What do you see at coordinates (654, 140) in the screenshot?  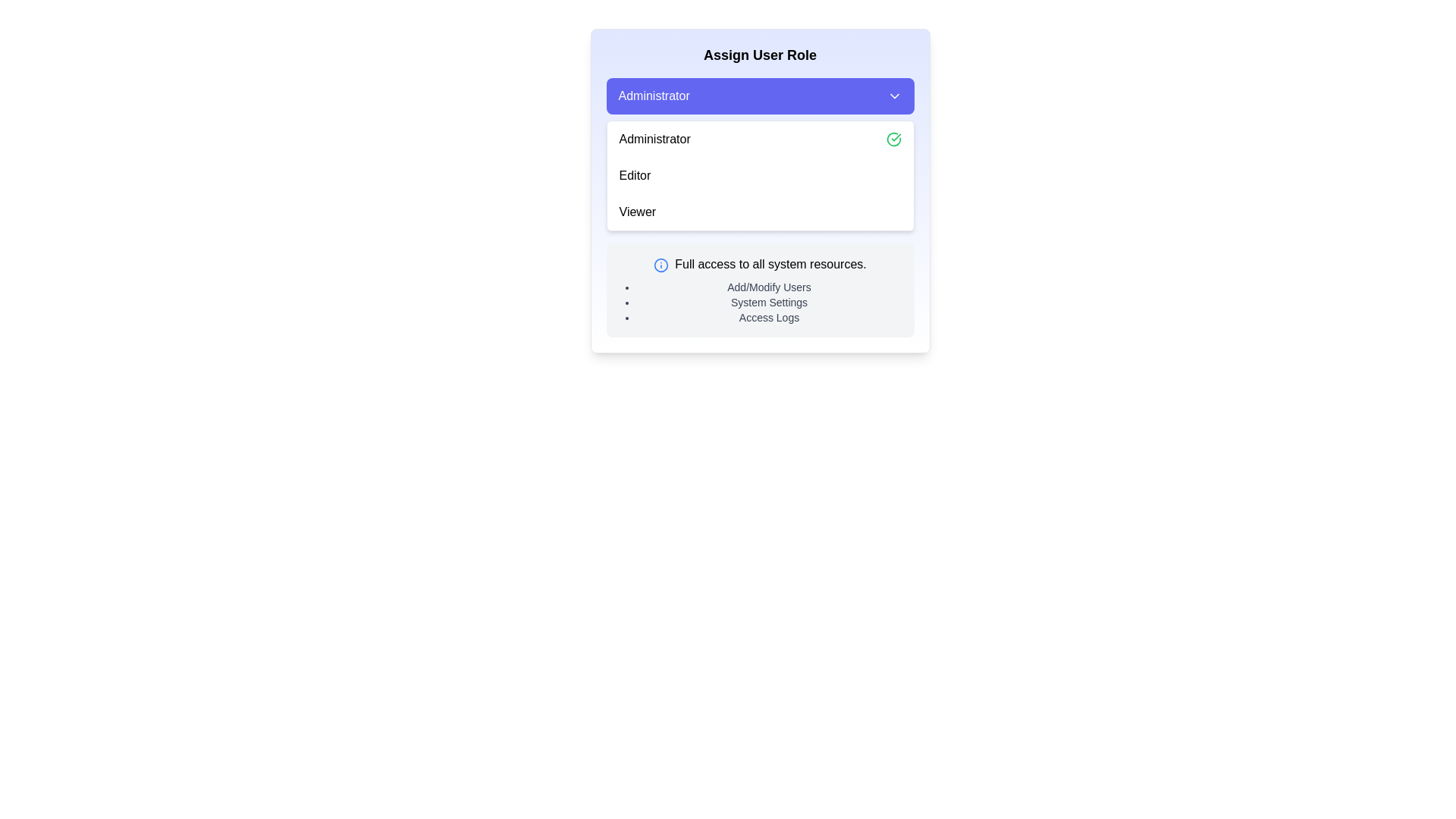 I see `the 'Administrator' role text label within the 'Assign User Role' dropdown` at bounding box center [654, 140].